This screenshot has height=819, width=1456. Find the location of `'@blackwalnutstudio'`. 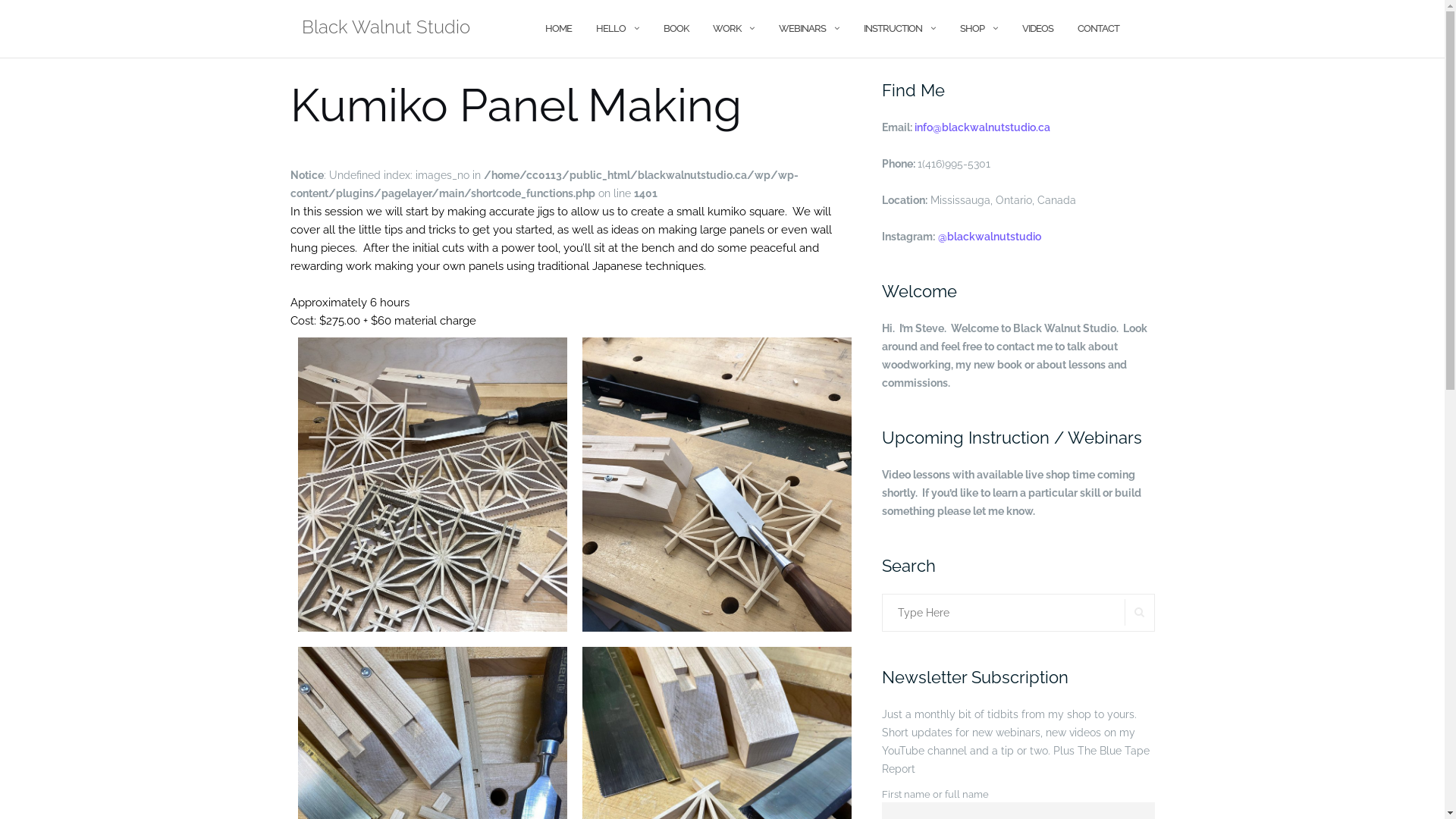

'@blackwalnutstudio' is located at coordinates (937, 237).